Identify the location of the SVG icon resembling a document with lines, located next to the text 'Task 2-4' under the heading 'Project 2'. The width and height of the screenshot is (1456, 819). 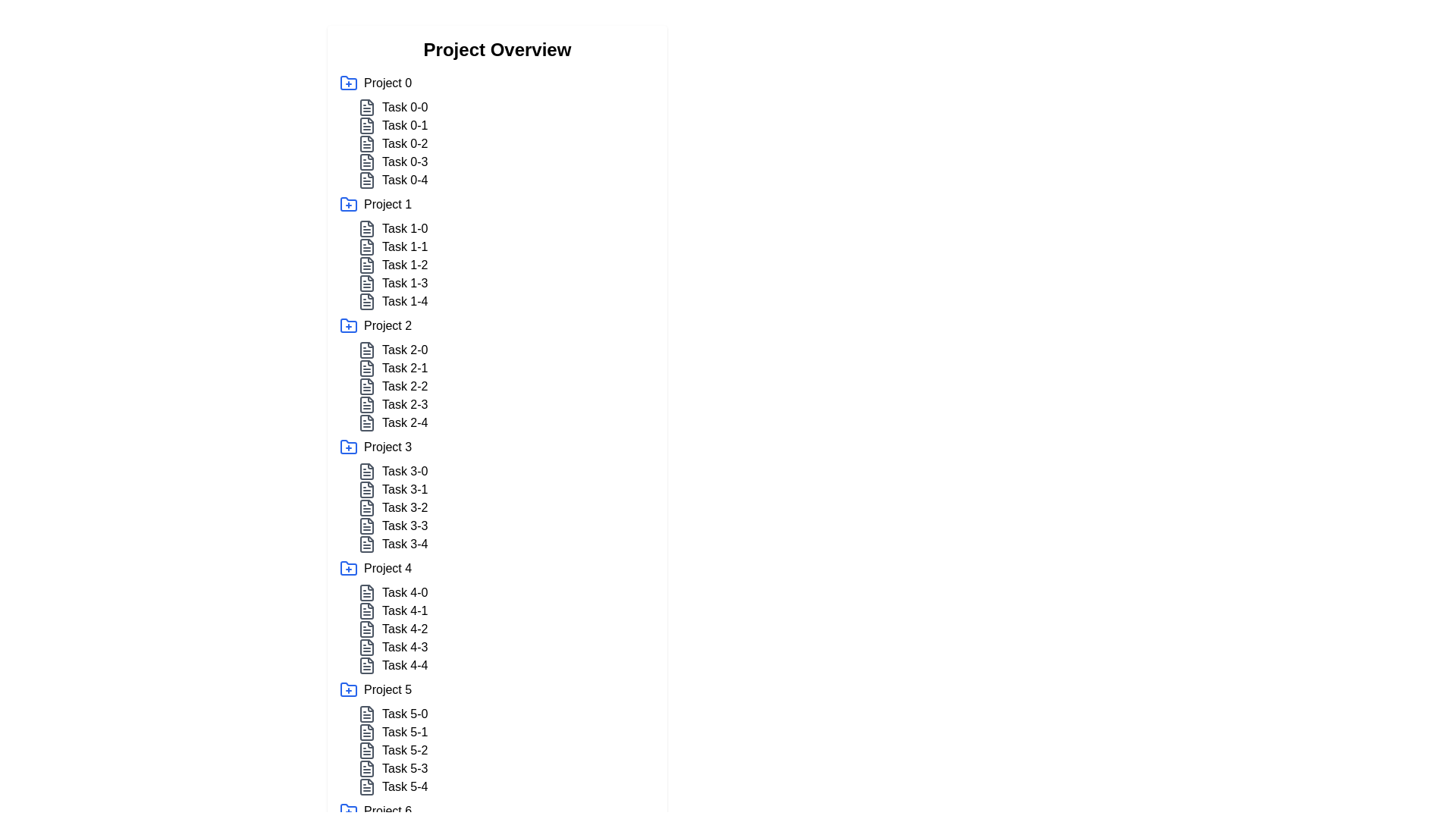
(367, 423).